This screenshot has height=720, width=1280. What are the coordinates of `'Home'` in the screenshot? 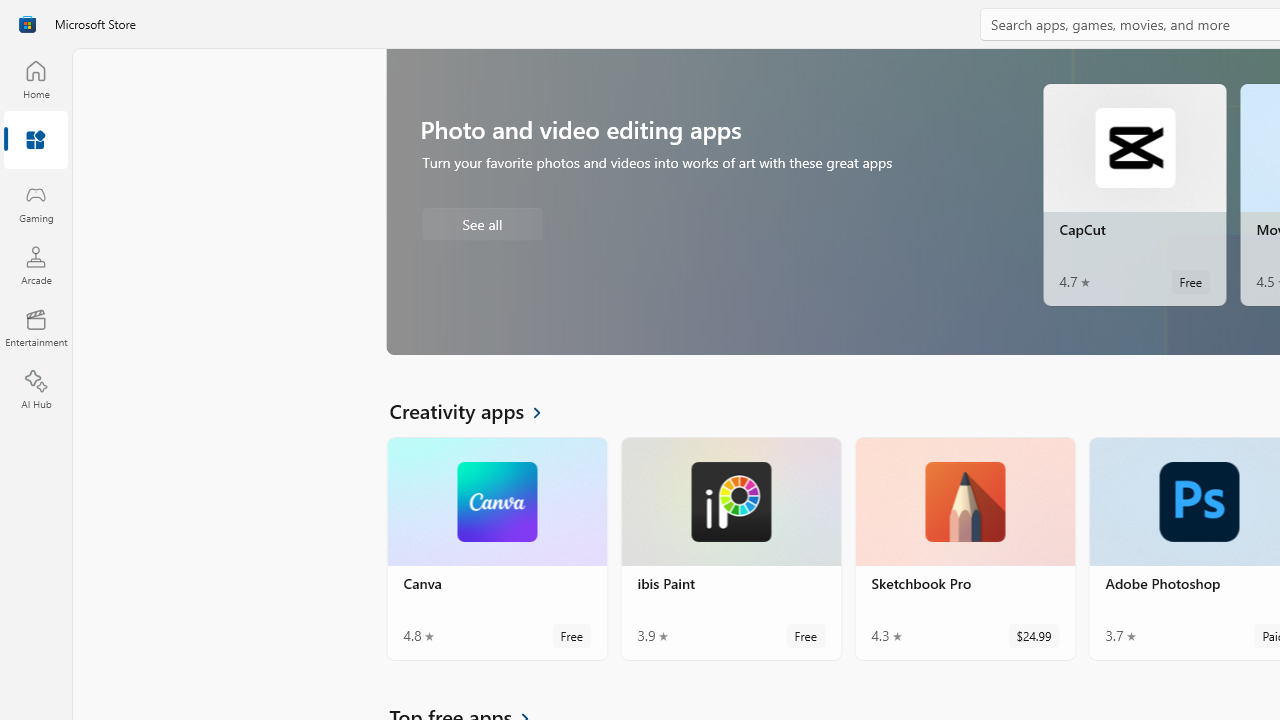 It's located at (35, 78).